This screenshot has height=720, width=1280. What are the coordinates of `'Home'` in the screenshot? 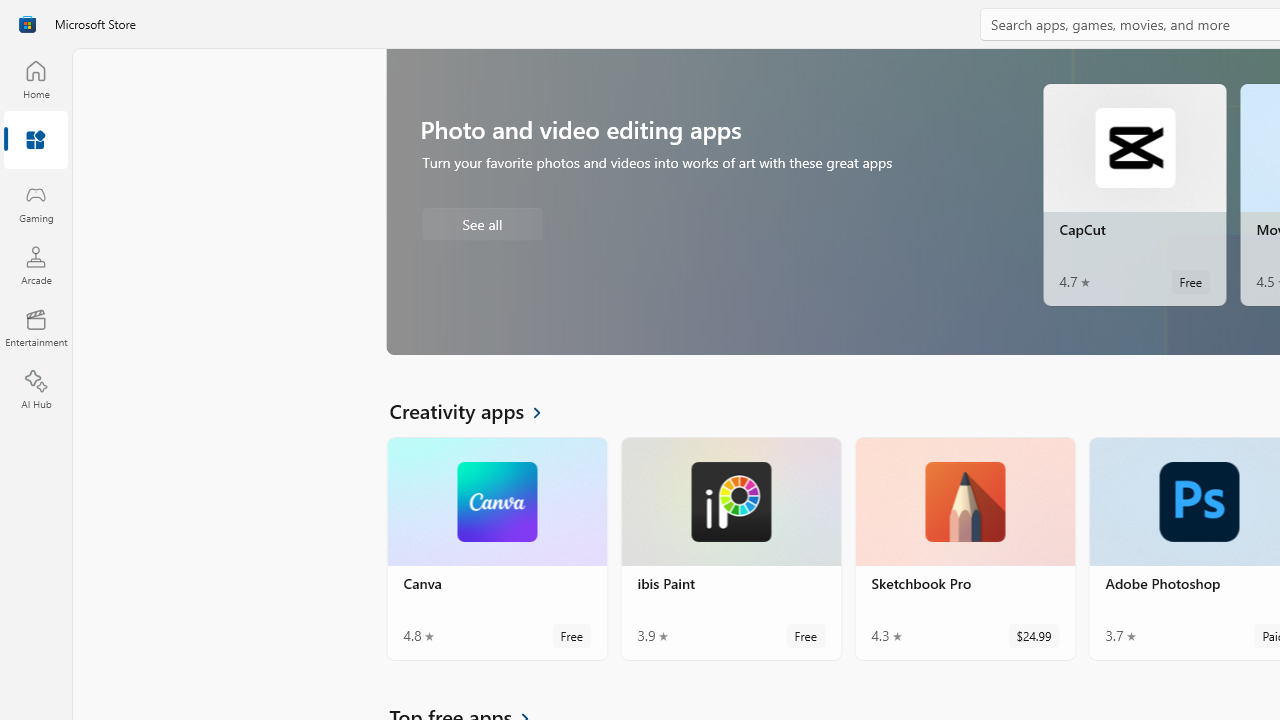 It's located at (35, 78).